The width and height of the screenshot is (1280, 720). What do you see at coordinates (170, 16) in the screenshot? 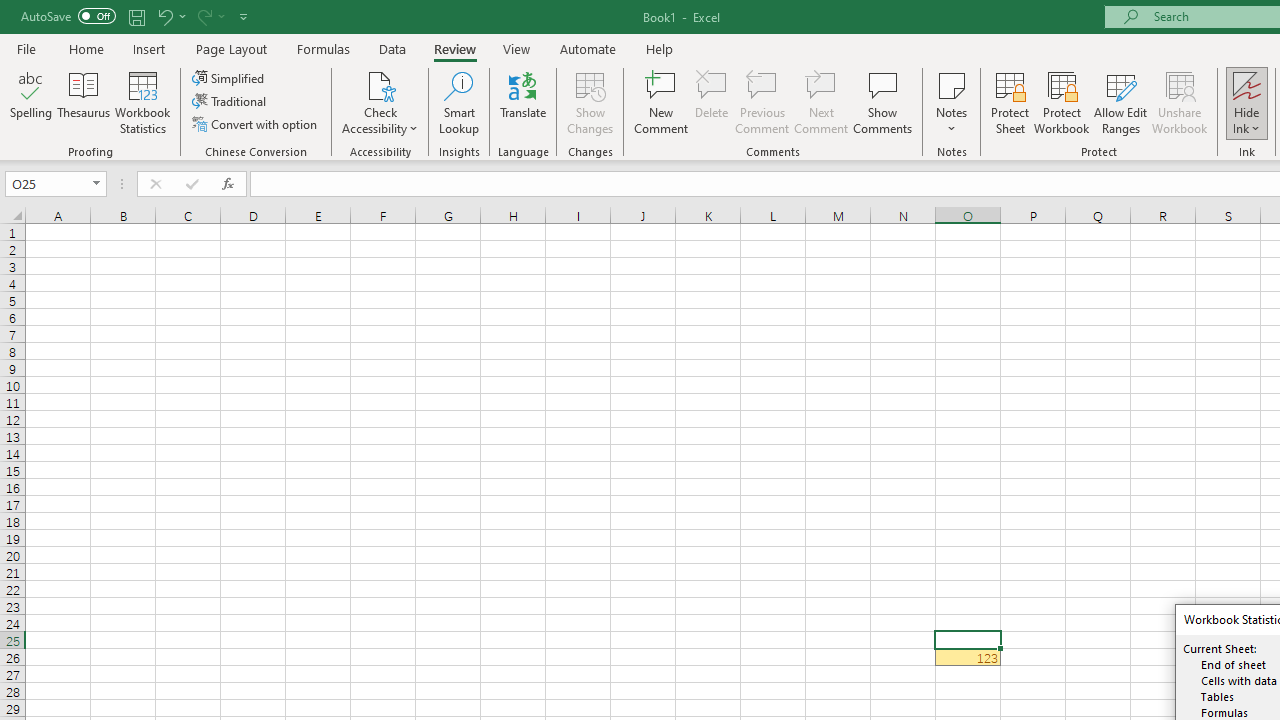
I see `'Undo'` at bounding box center [170, 16].